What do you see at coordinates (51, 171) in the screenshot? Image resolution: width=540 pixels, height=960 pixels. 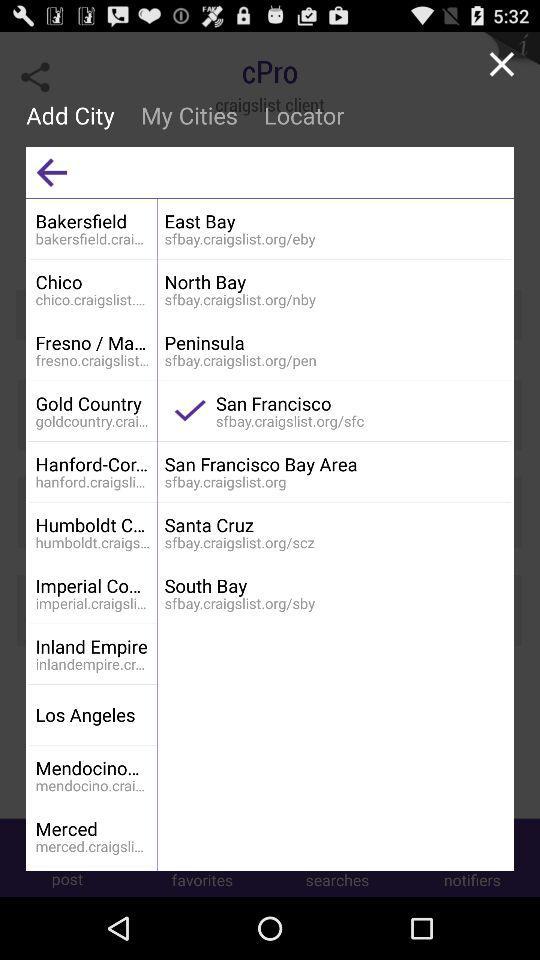 I see `the item next to the my cities item` at bounding box center [51, 171].